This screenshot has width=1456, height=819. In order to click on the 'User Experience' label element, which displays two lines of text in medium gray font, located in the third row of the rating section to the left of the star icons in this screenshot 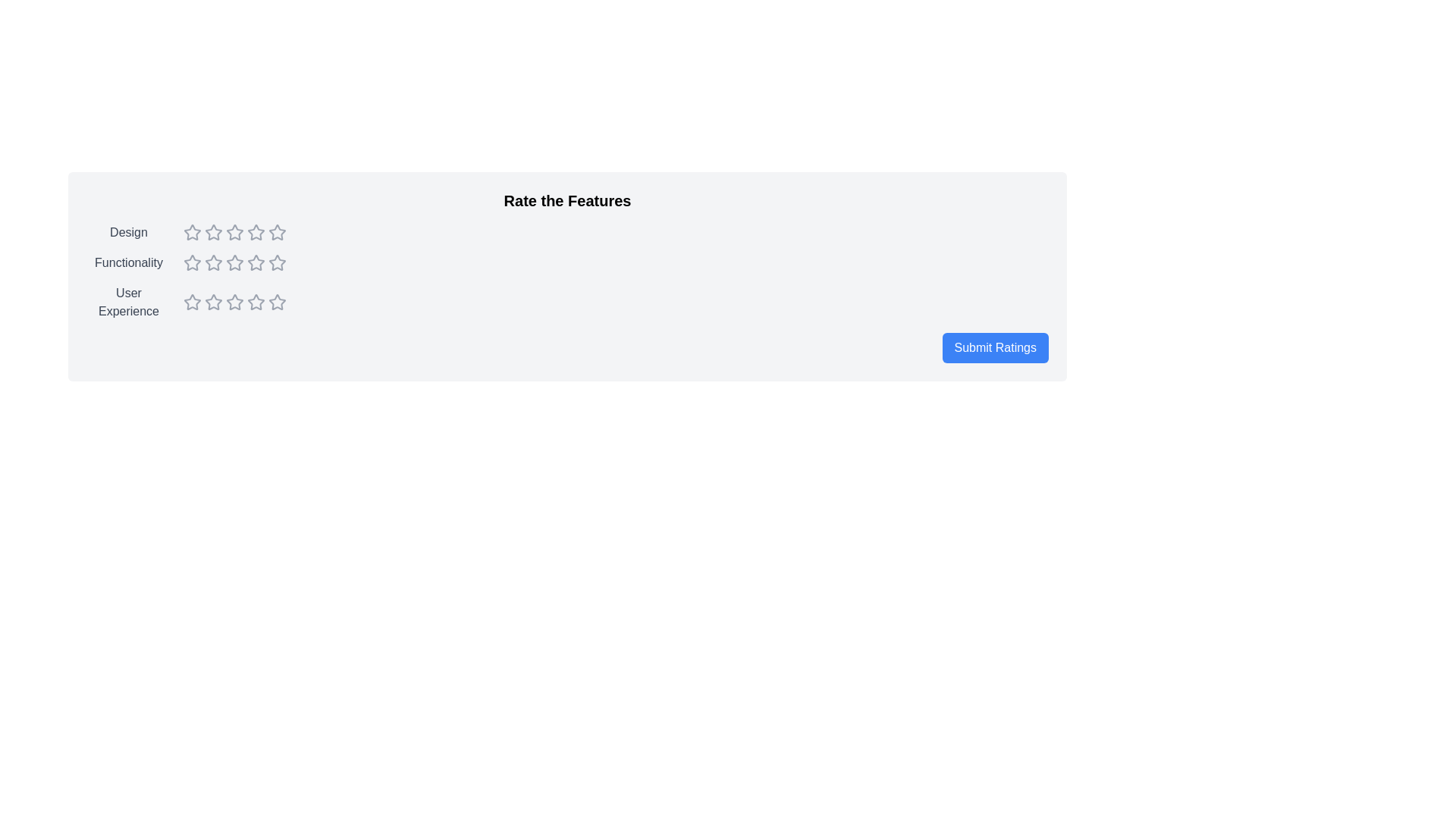, I will do `click(128, 302)`.